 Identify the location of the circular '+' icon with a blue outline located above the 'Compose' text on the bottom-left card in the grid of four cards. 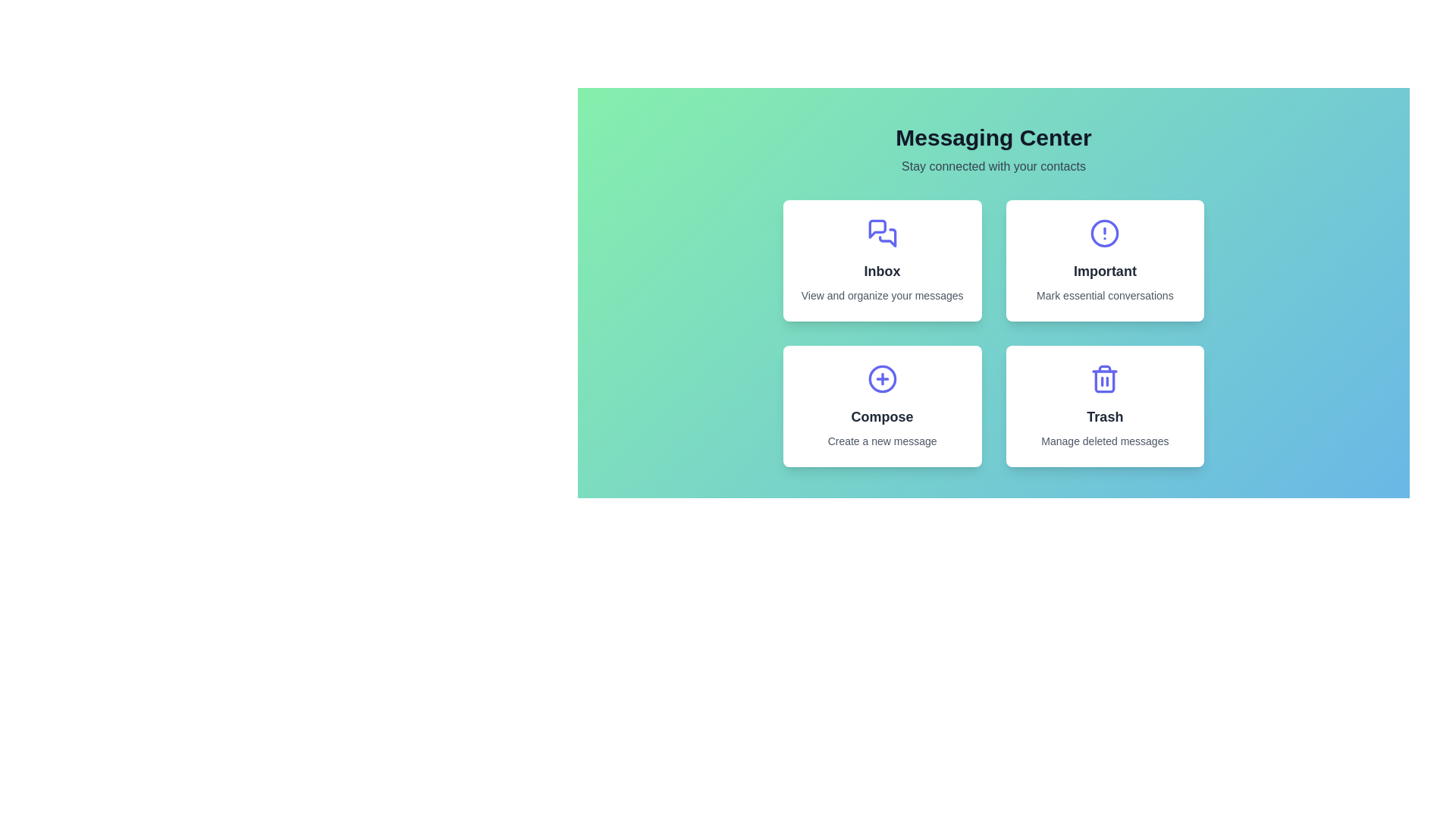
(882, 378).